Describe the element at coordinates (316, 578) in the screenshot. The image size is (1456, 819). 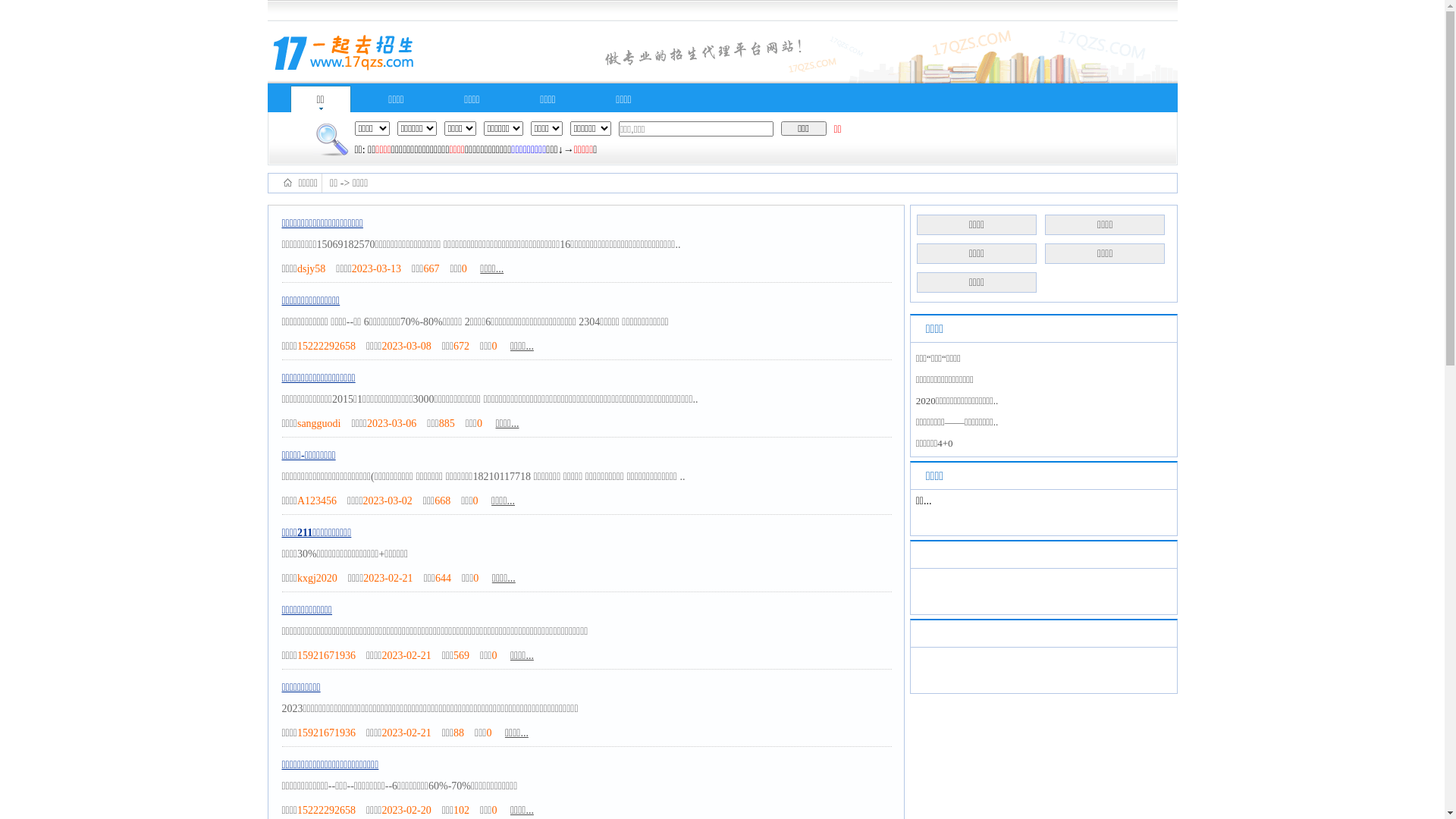
I see `'kxgj2020'` at that location.